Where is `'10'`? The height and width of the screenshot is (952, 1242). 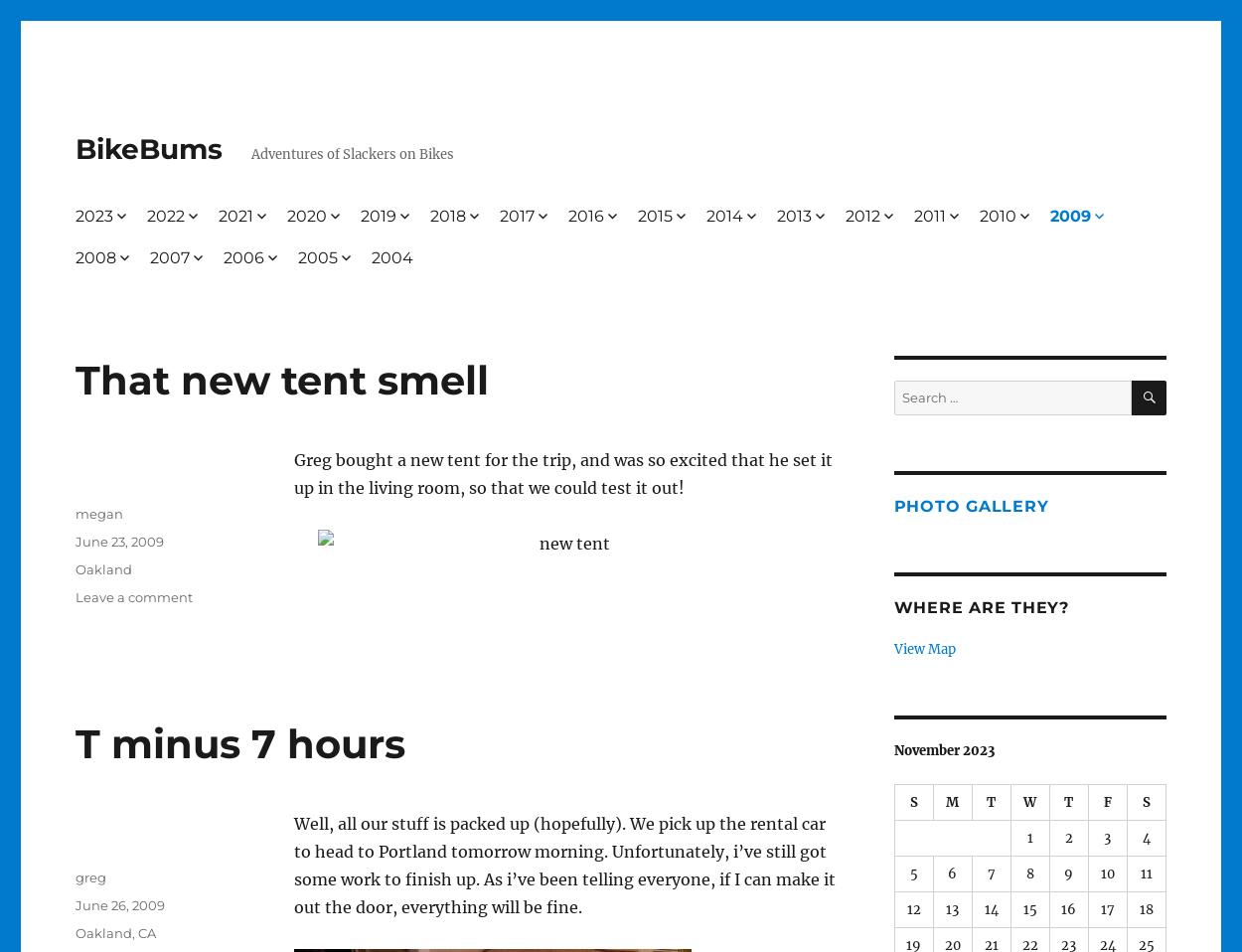 '10' is located at coordinates (1099, 872).